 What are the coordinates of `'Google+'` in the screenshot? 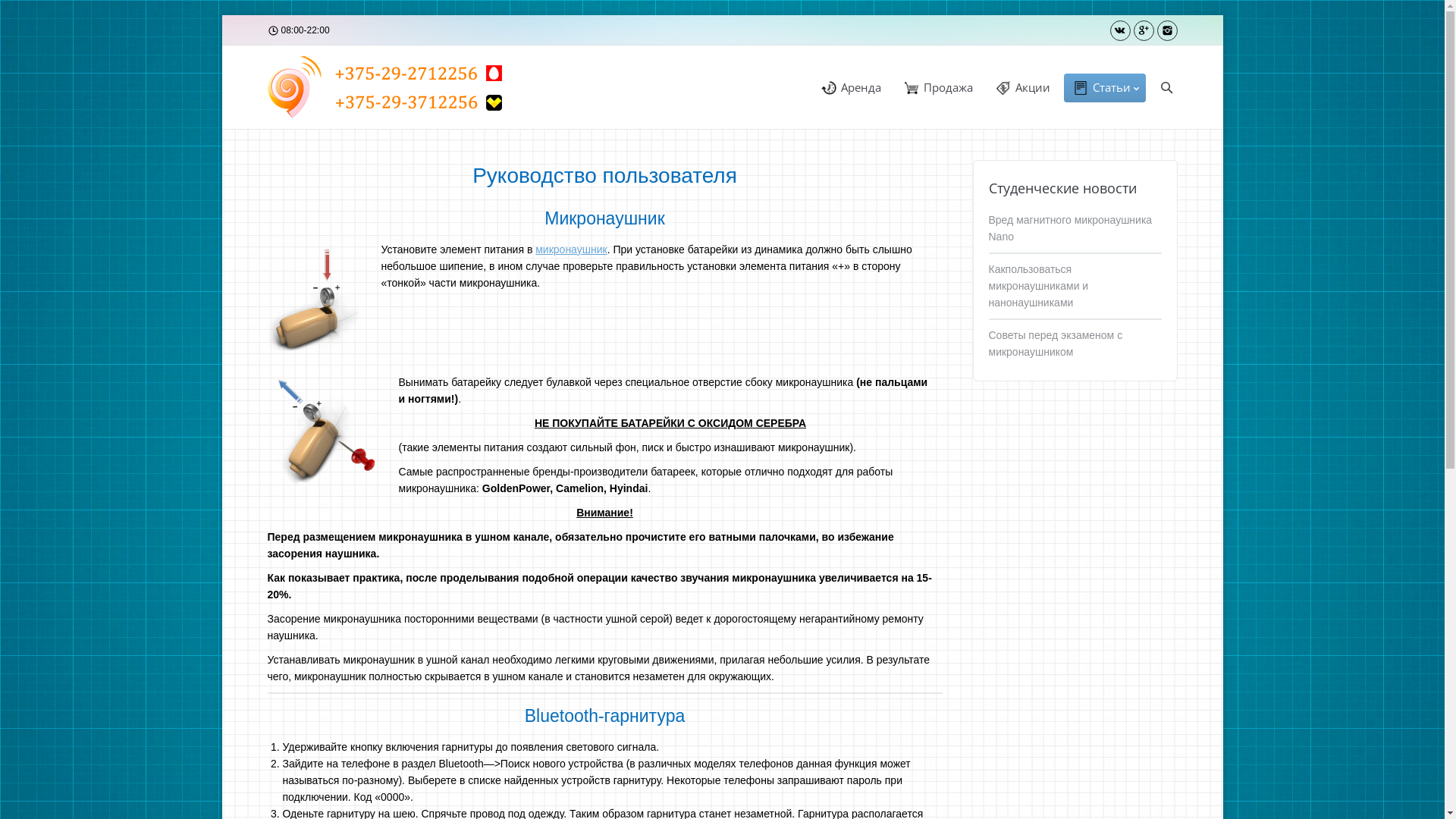 It's located at (1143, 30).